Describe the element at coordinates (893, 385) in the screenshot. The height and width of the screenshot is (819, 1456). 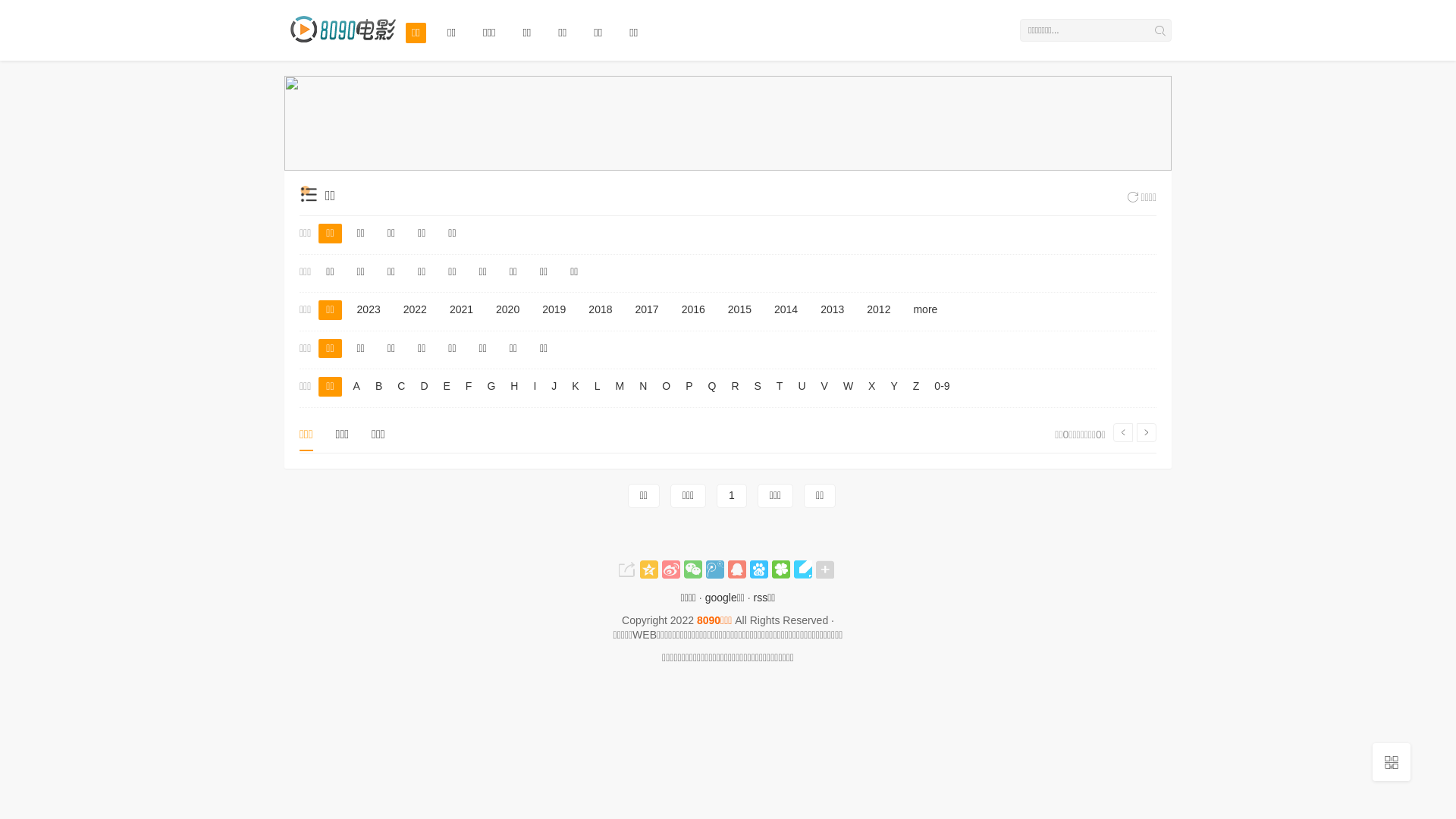
I see `'Y'` at that location.